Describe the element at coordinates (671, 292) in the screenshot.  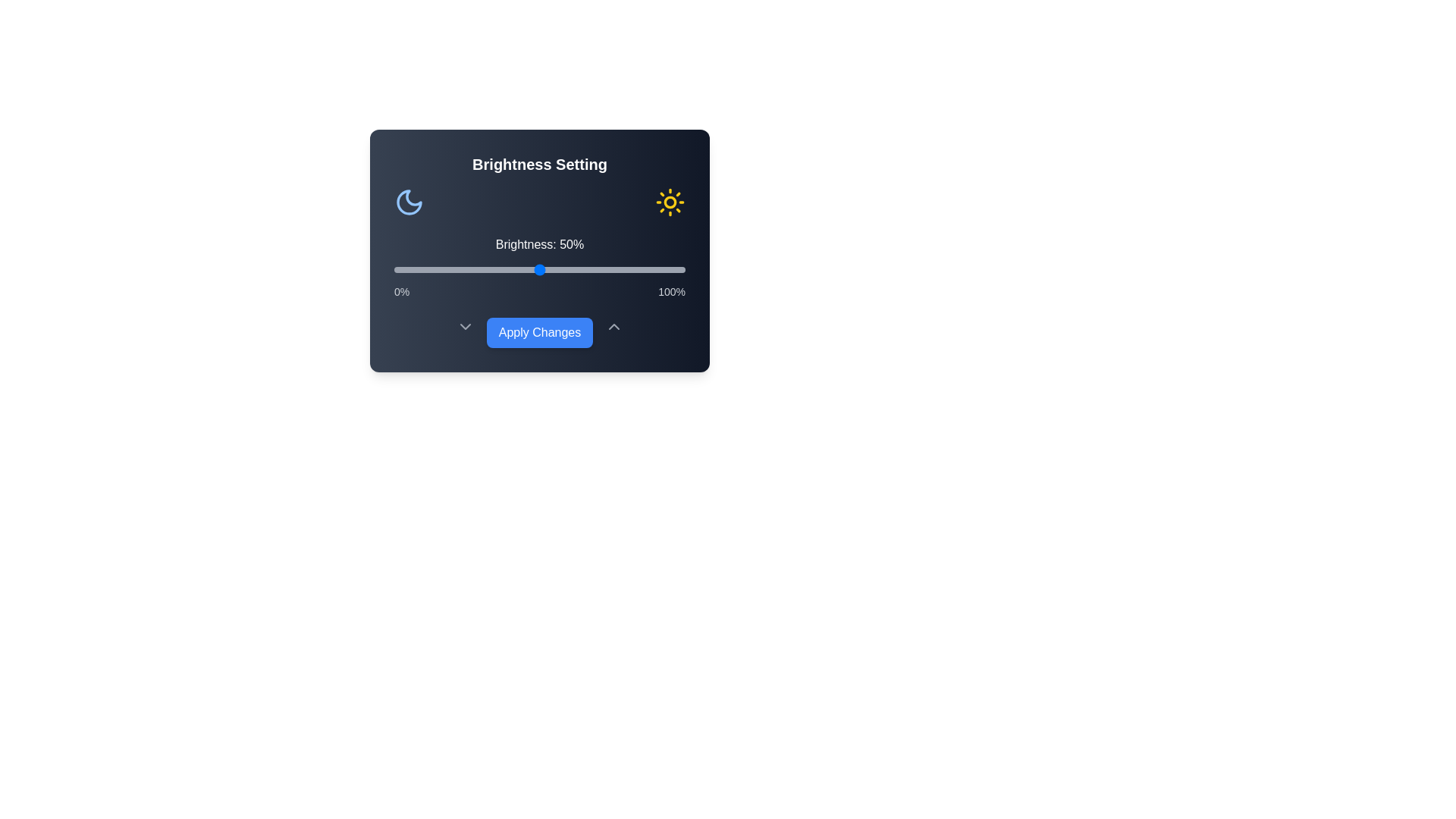
I see `the 100% label to inspect for additional information` at that location.